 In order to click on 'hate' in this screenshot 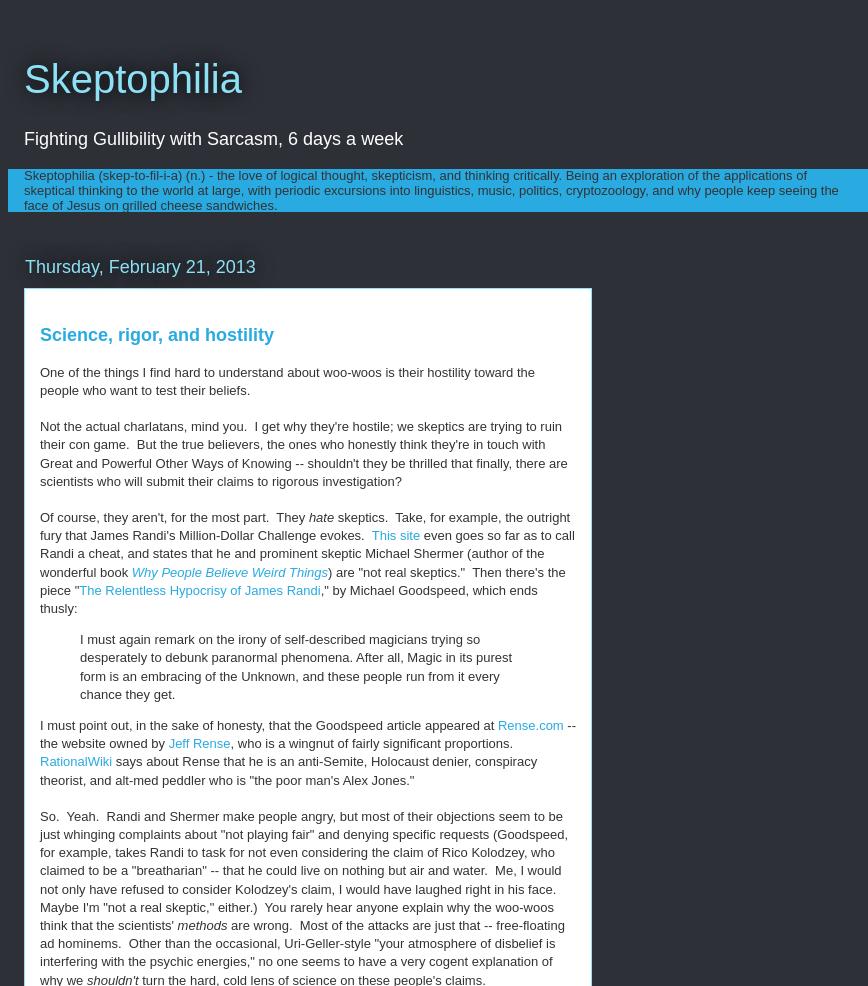, I will do `click(320, 516)`.